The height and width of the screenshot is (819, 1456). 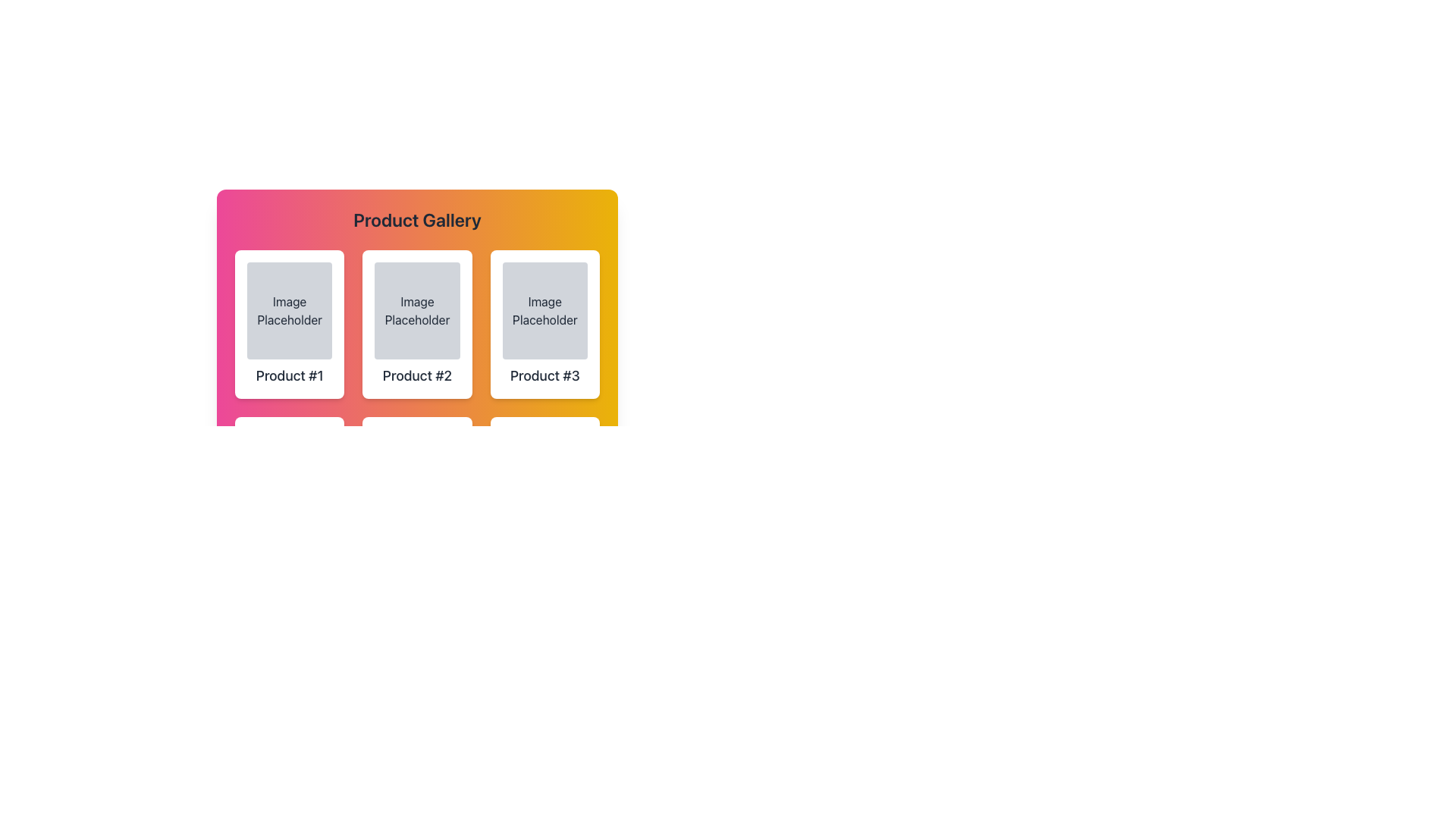 I want to click on the visual placeholder for the image within the second card of the card layout, so click(x=417, y=309).